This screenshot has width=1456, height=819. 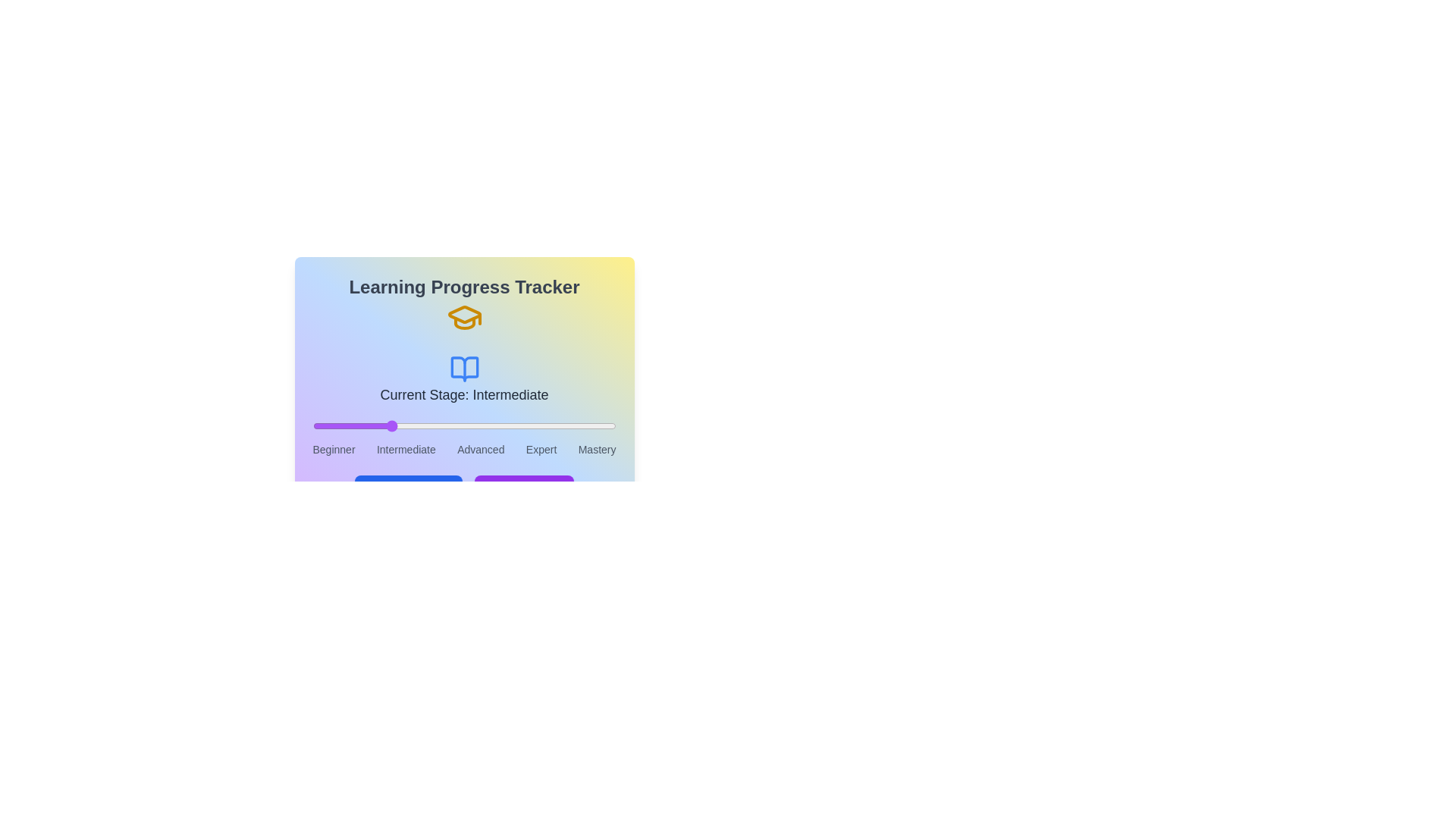 I want to click on the 'Max Progress' button, so click(x=524, y=491).